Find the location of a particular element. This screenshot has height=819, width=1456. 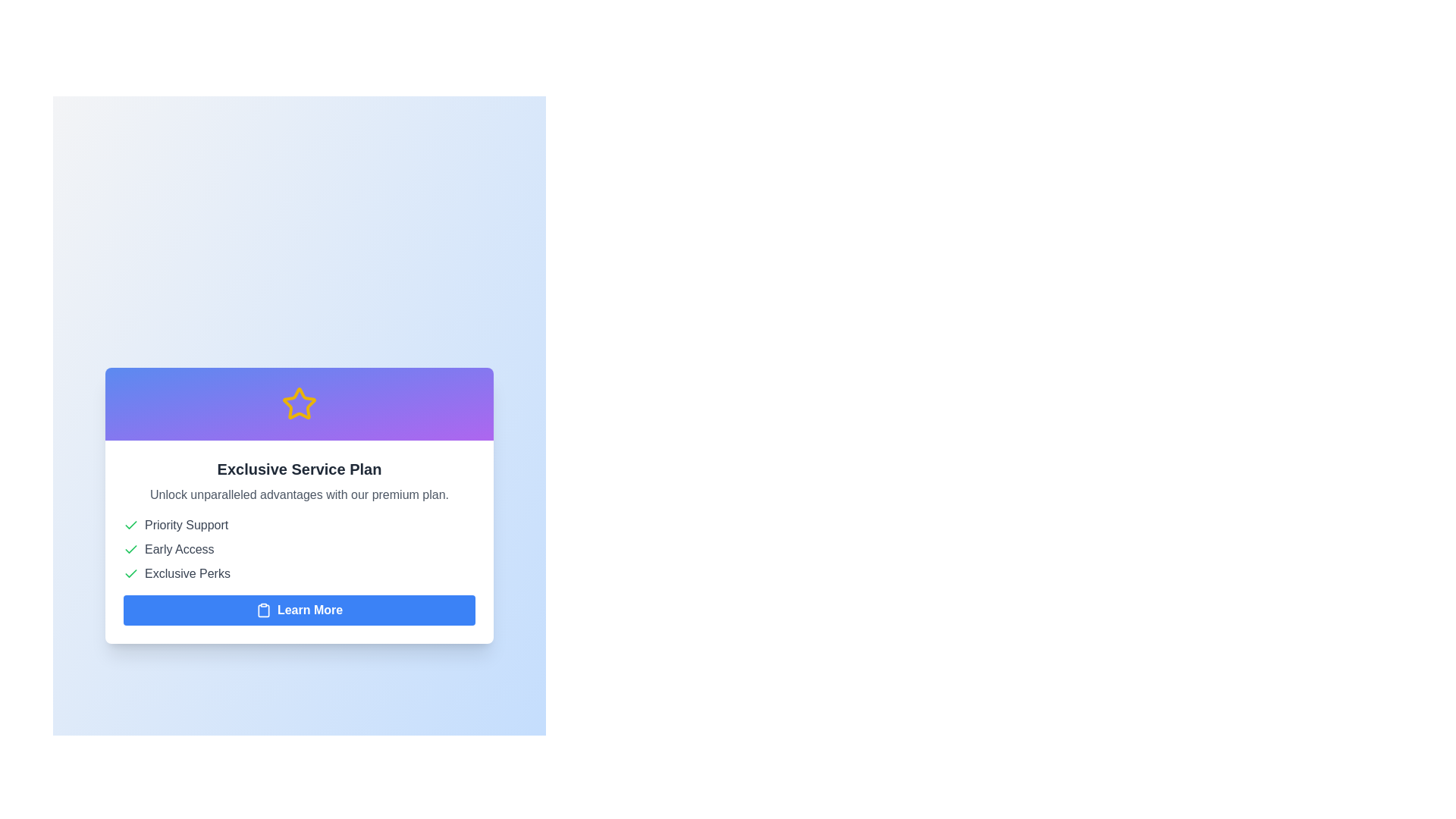

the approval icon located to the left of the 'Exclusive Perks' text, which indicates a positive status or confirmation is located at coordinates (130, 573).